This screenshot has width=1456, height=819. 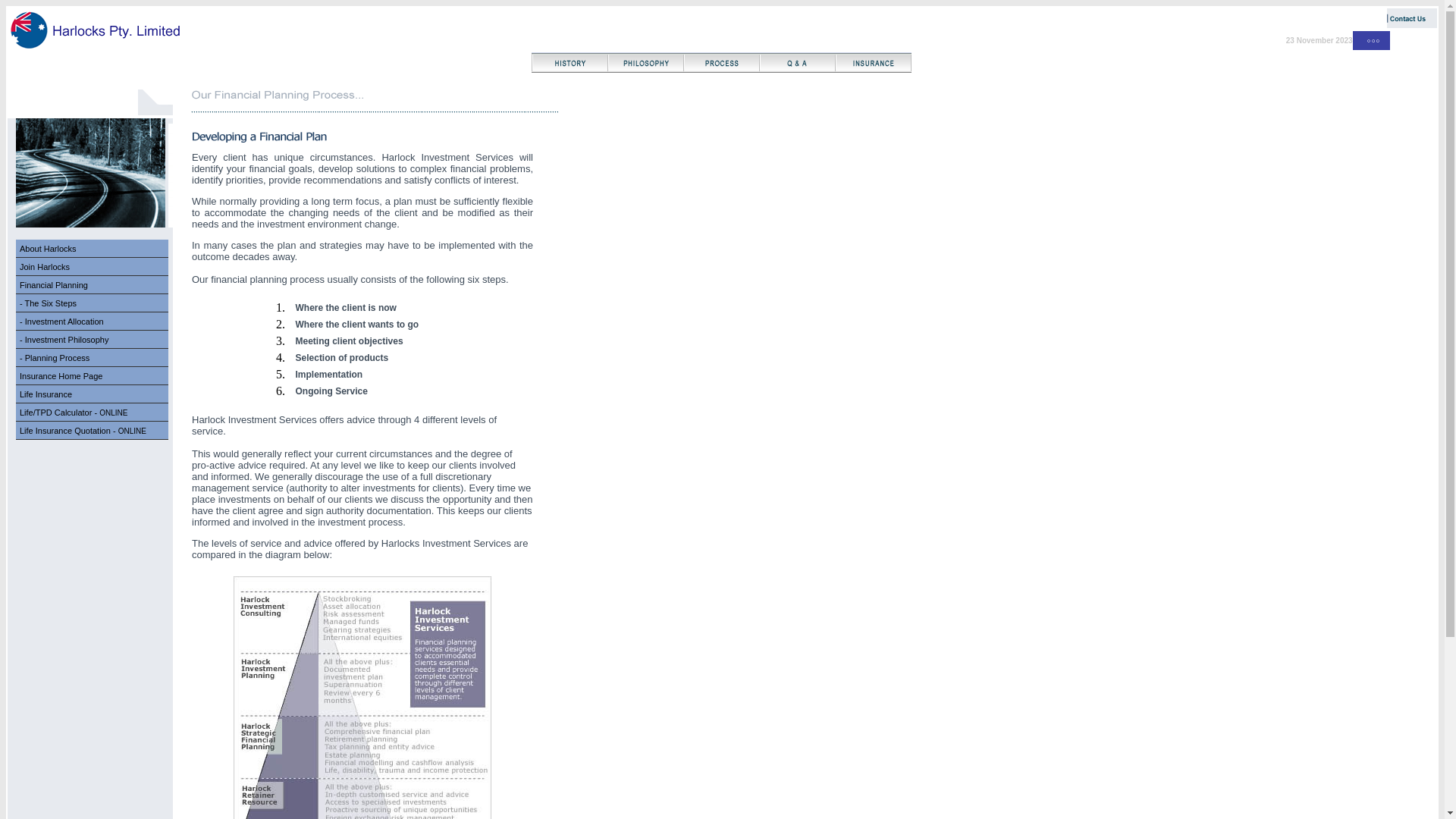 What do you see at coordinates (91, 247) in the screenshot?
I see `'About Harlocks'` at bounding box center [91, 247].